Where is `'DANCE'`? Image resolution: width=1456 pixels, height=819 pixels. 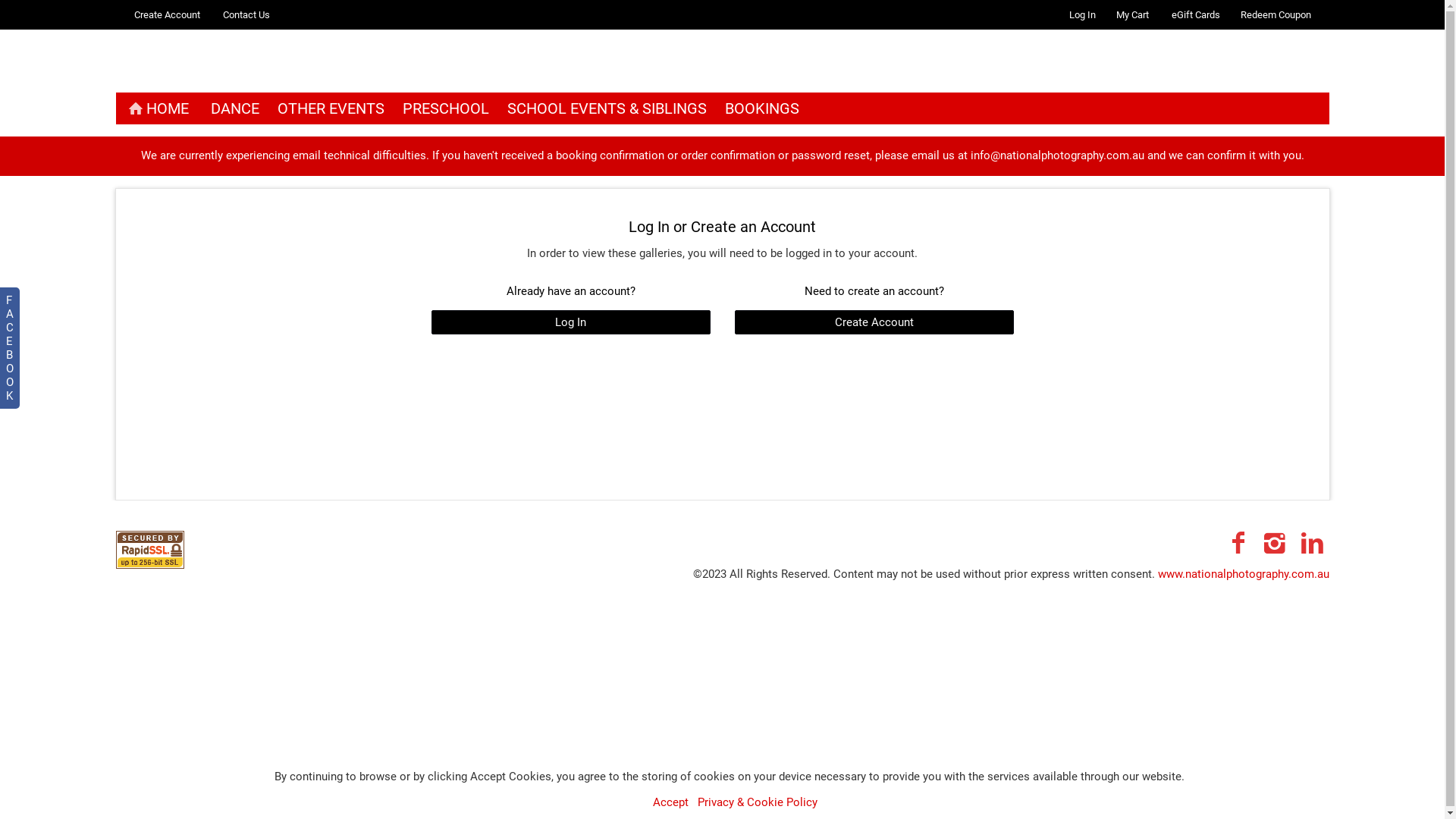
'DANCE' is located at coordinates (234, 107).